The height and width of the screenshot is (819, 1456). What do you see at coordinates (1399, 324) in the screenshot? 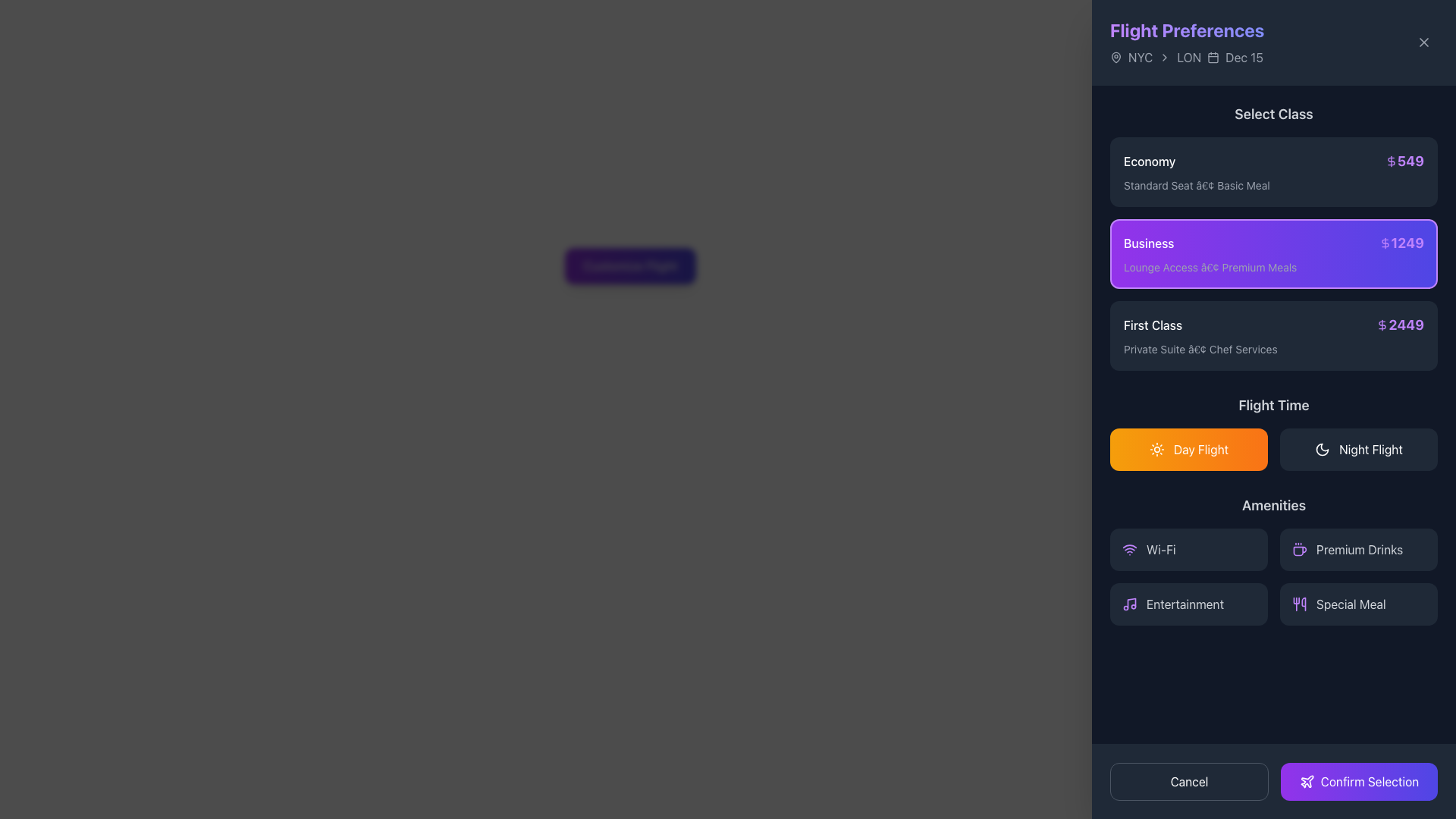
I see `the price text label for the 'First Class' option in the flight preferences interface, which is located on the right side of the 'Select Class' section, horizontally aligned with the 'First Class' label` at bounding box center [1399, 324].